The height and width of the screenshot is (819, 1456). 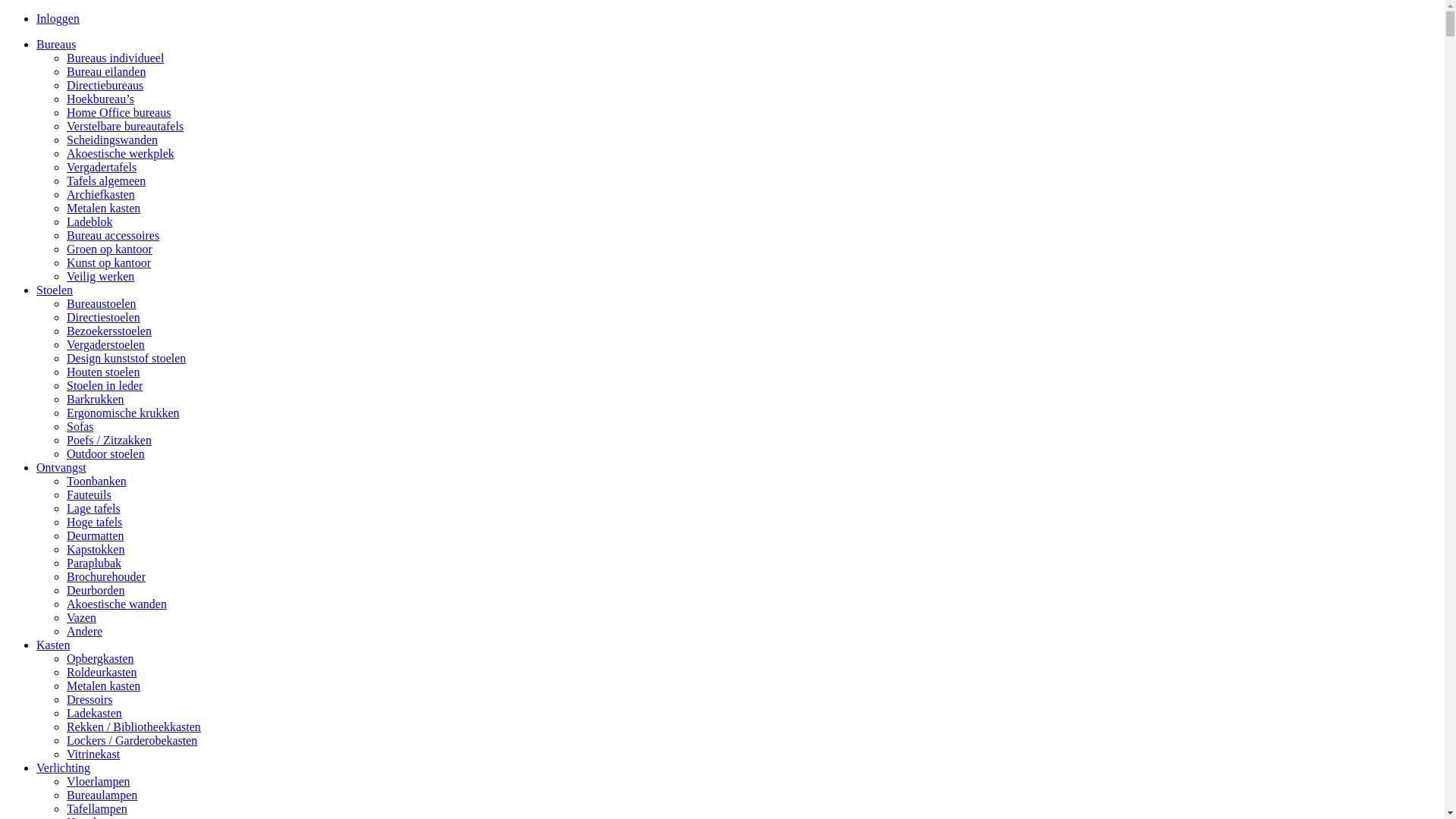 I want to click on 'Brochurehouder', so click(x=105, y=576).